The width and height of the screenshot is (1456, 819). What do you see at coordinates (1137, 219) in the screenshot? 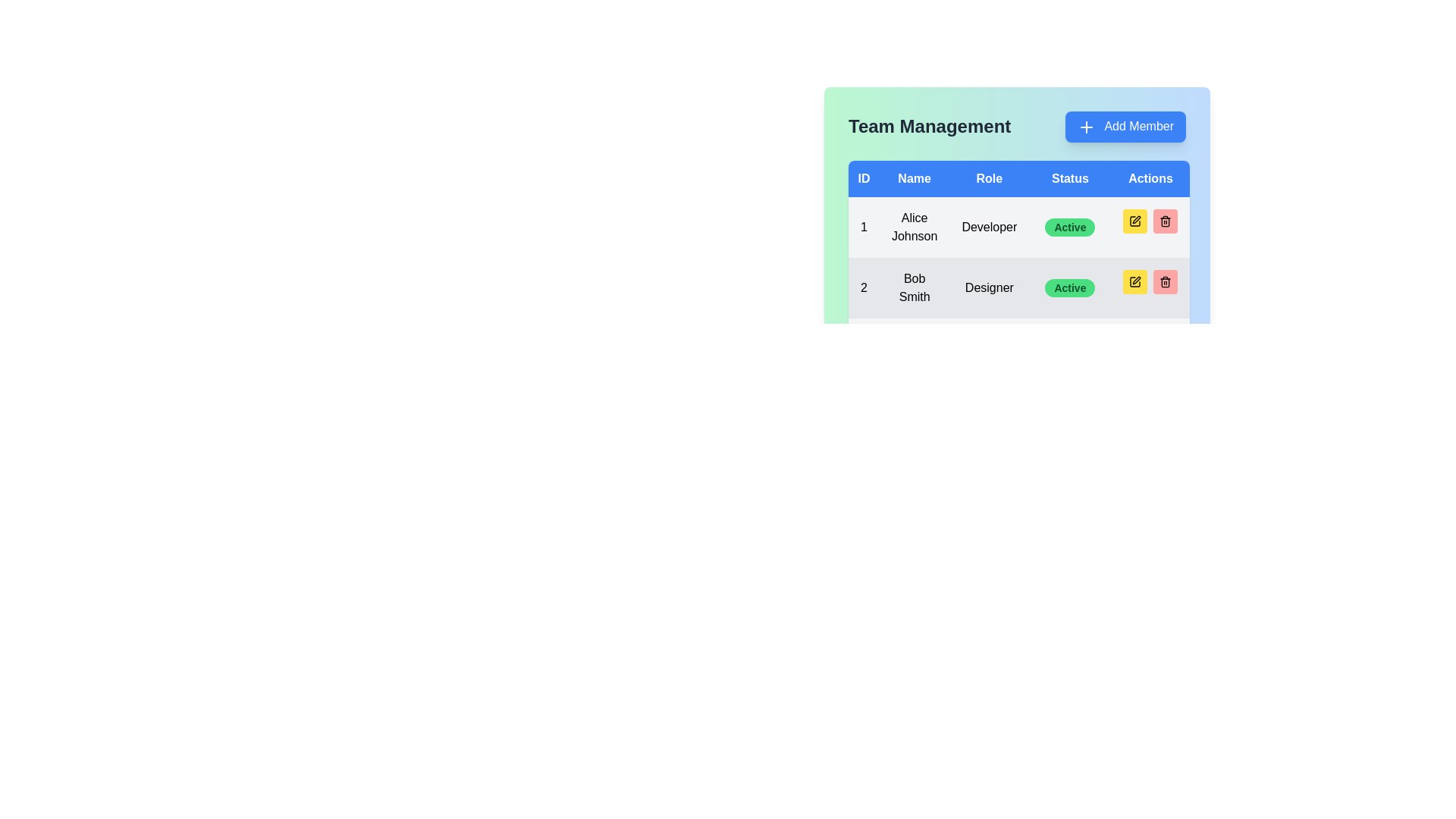
I see `the SVG pencil icon representing the edit action for the user 'Bob Smith' in the 'Actions' column` at bounding box center [1137, 219].